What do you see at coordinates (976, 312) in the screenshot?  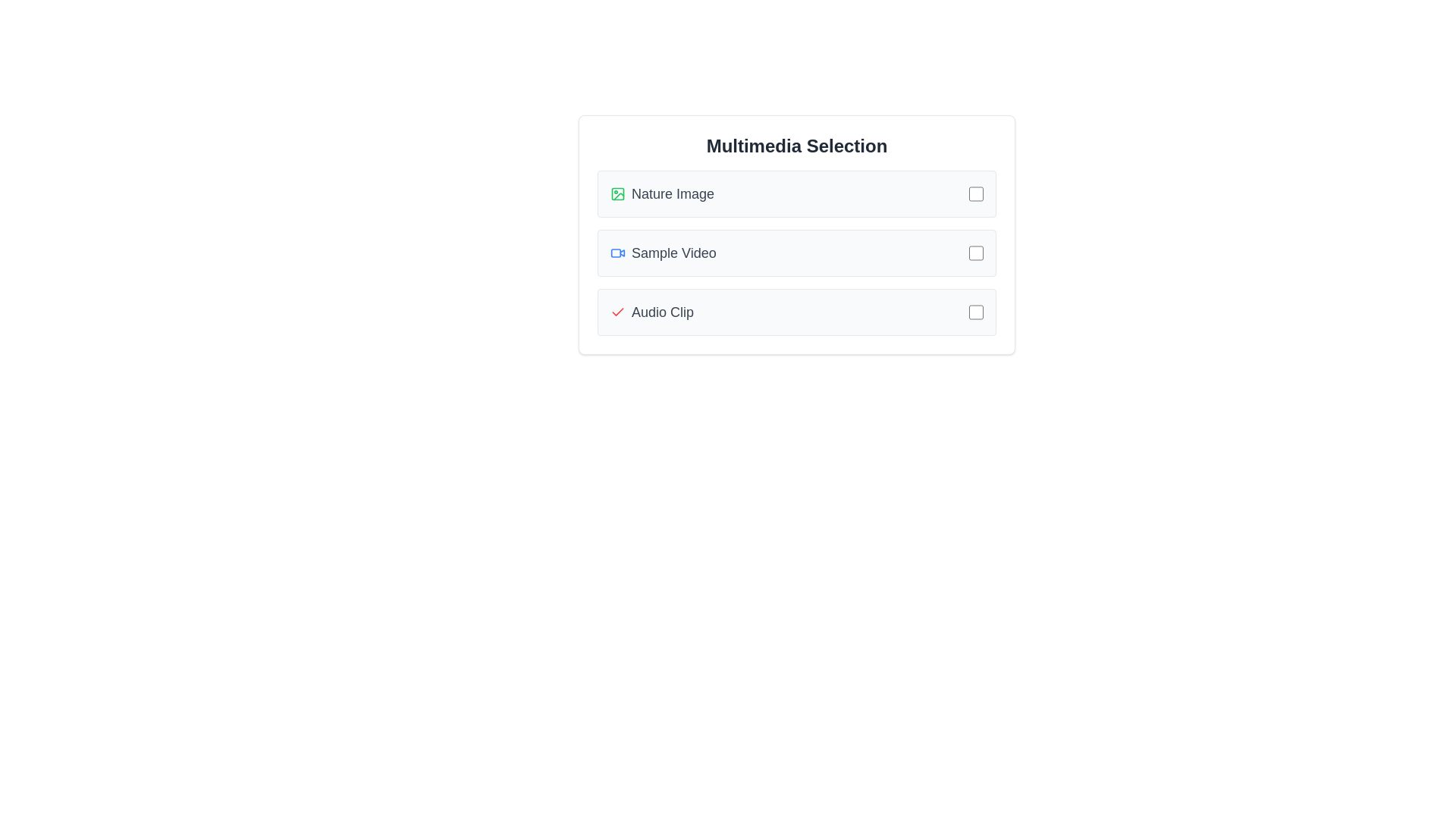 I see `the checkbox located to the far right of the 'Audio Clip' label to check or uncheck it` at bounding box center [976, 312].